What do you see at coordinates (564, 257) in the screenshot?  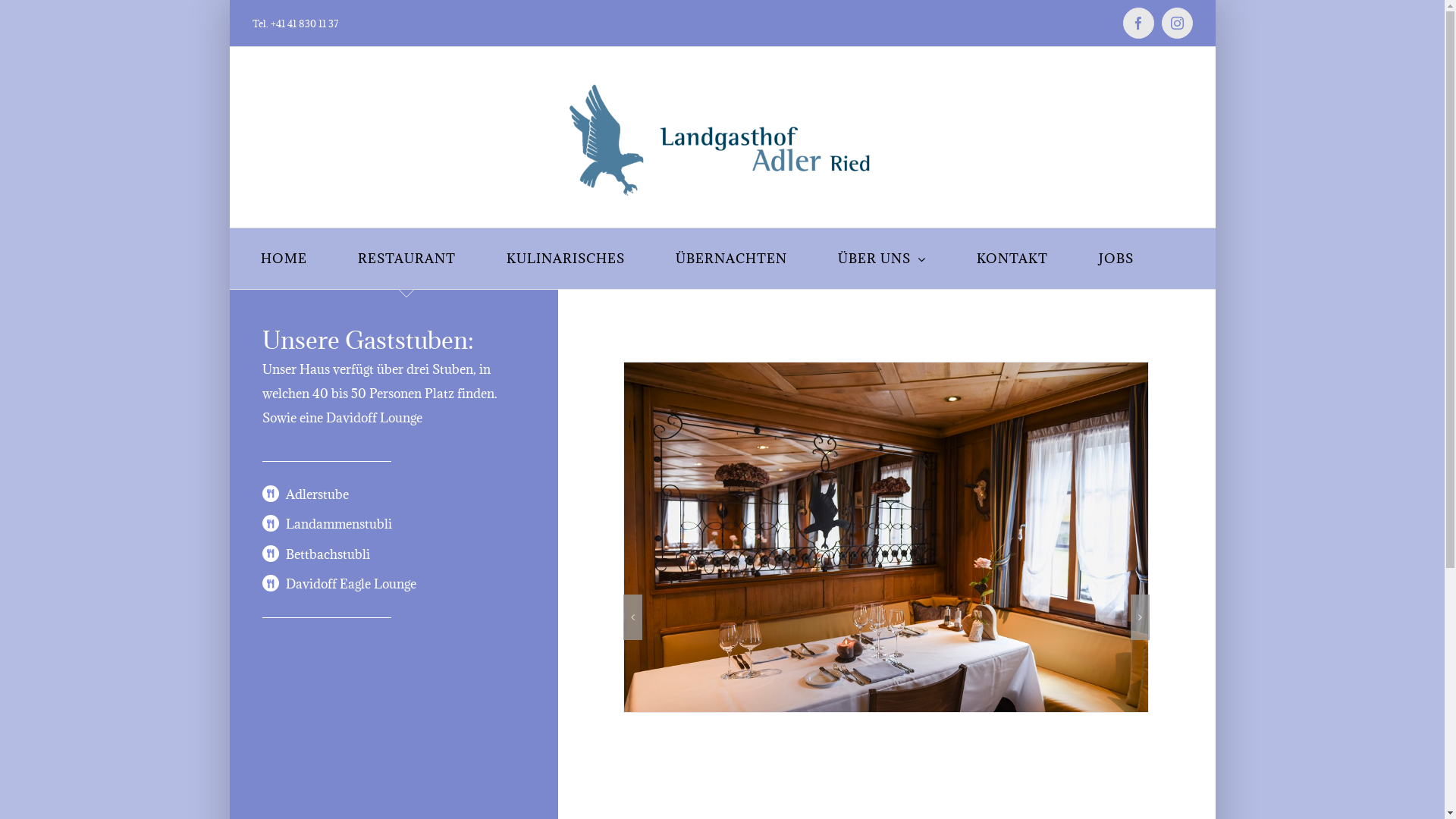 I see `'KULINARISCHES'` at bounding box center [564, 257].